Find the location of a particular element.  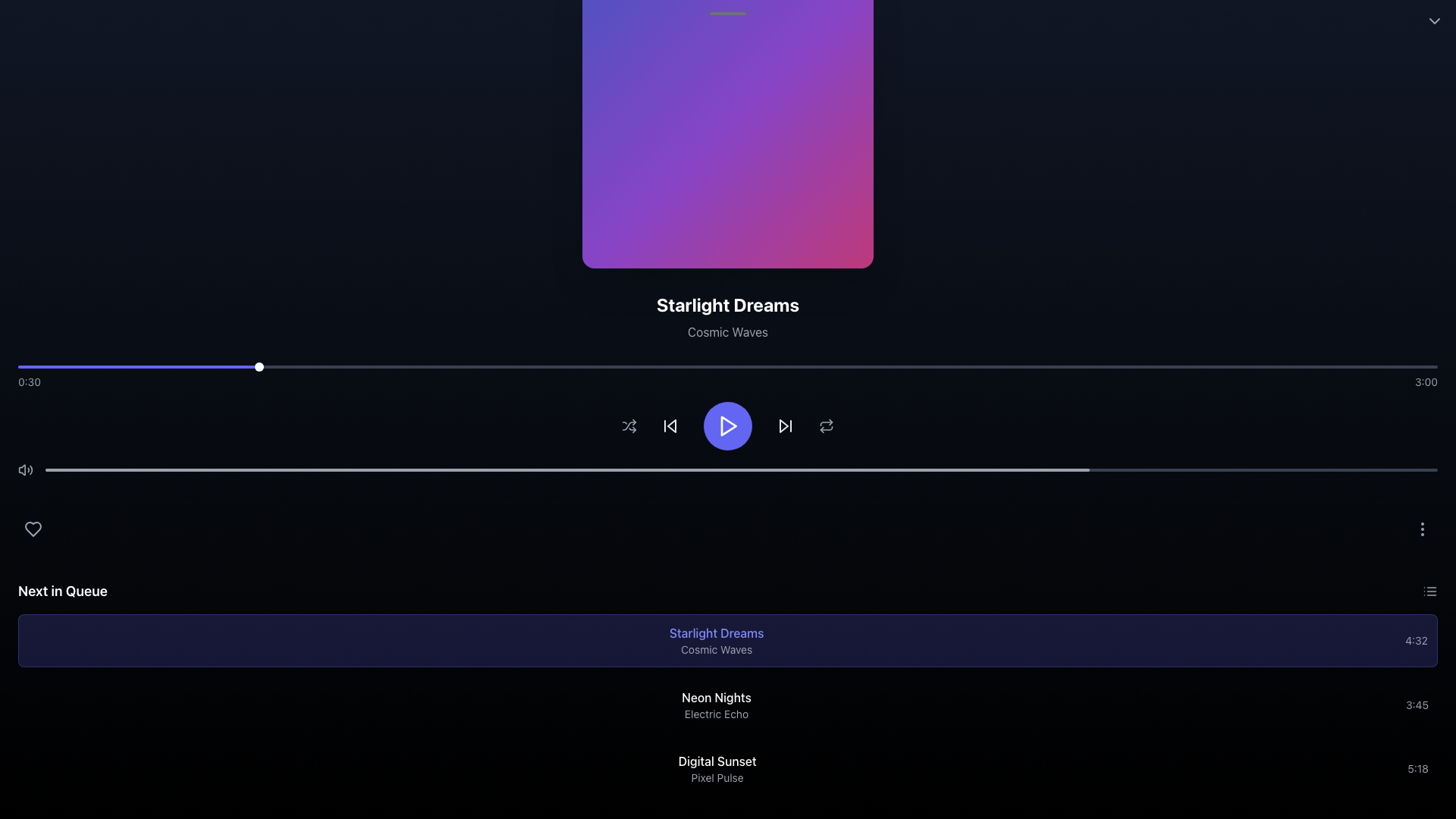

the playback progress is located at coordinates (379, 469).